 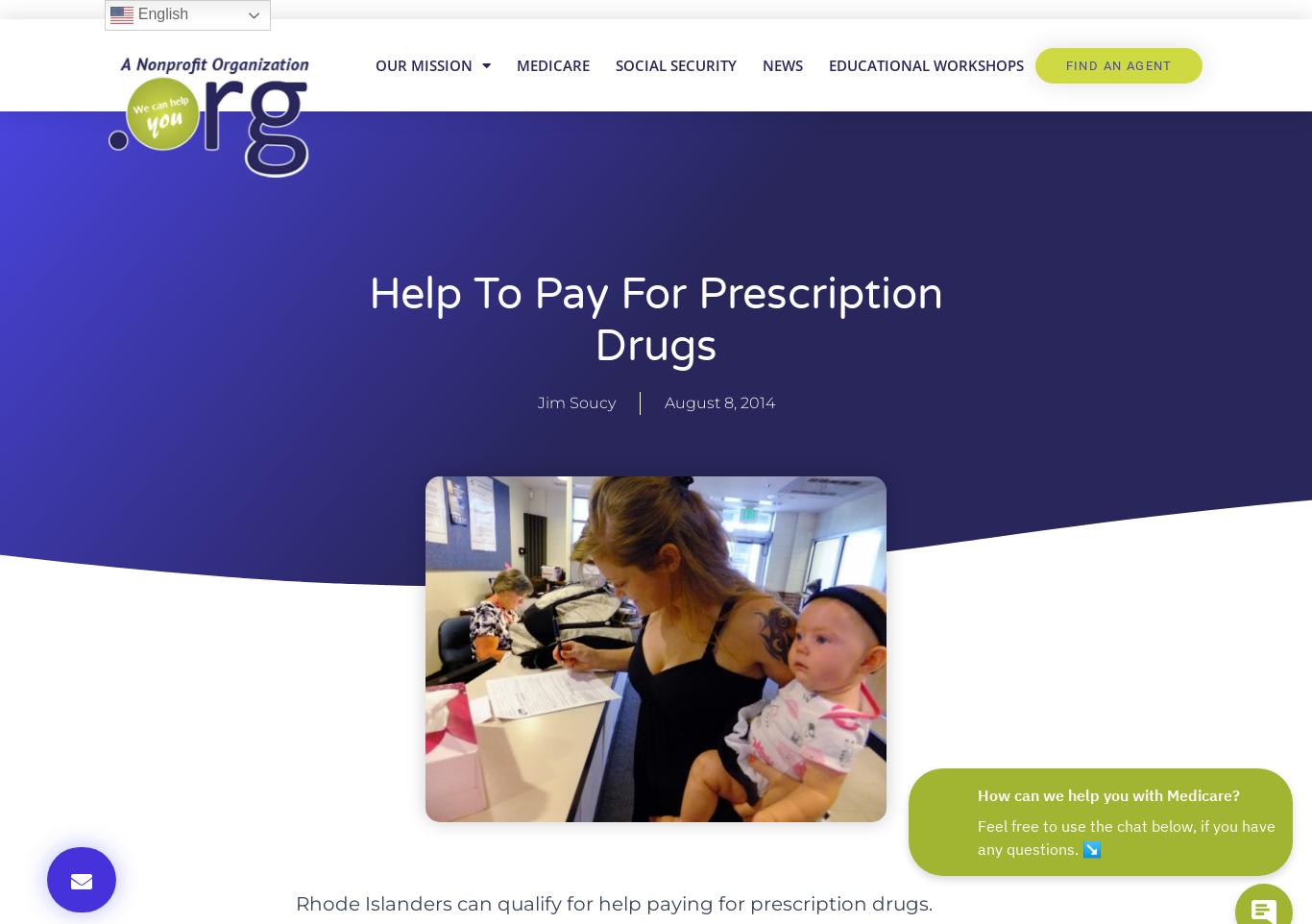 I want to click on 'Jim Soucy', so click(x=536, y=401).